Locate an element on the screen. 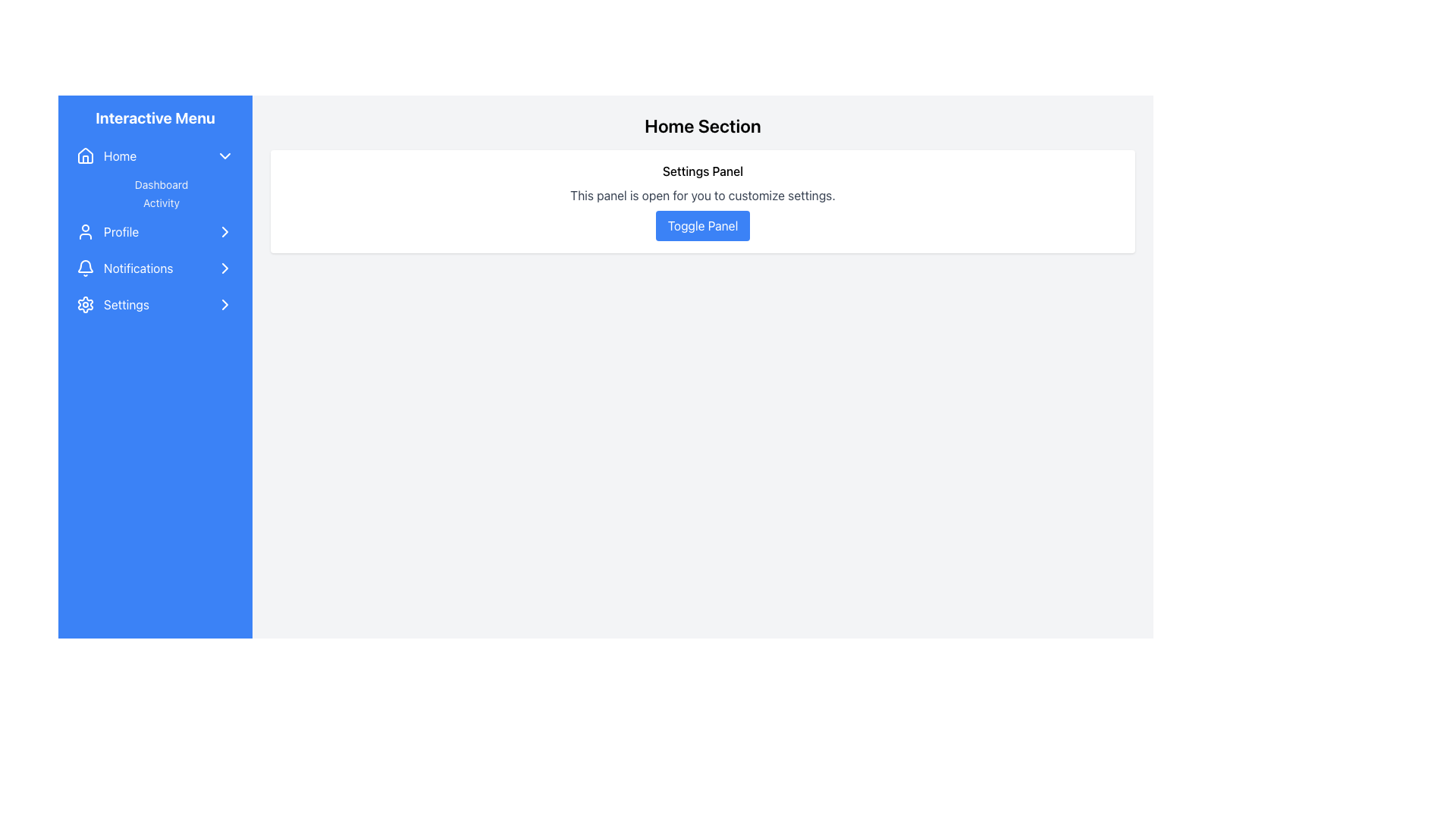  the rectangular blue 'Profile' button located in the left navigation menu panel is located at coordinates (155, 231).